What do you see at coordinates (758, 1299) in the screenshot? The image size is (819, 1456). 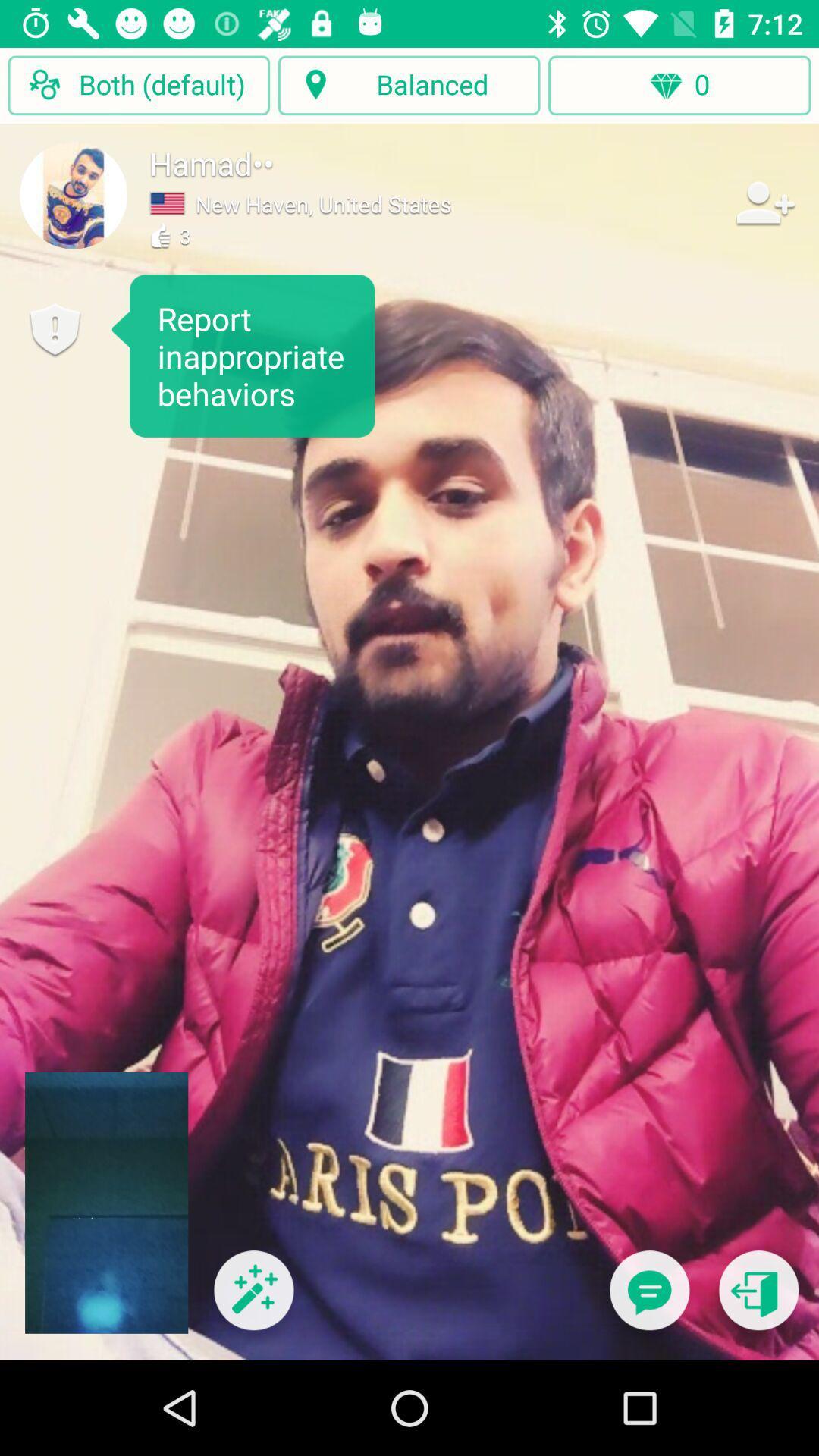 I see `go back` at bounding box center [758, 1299].